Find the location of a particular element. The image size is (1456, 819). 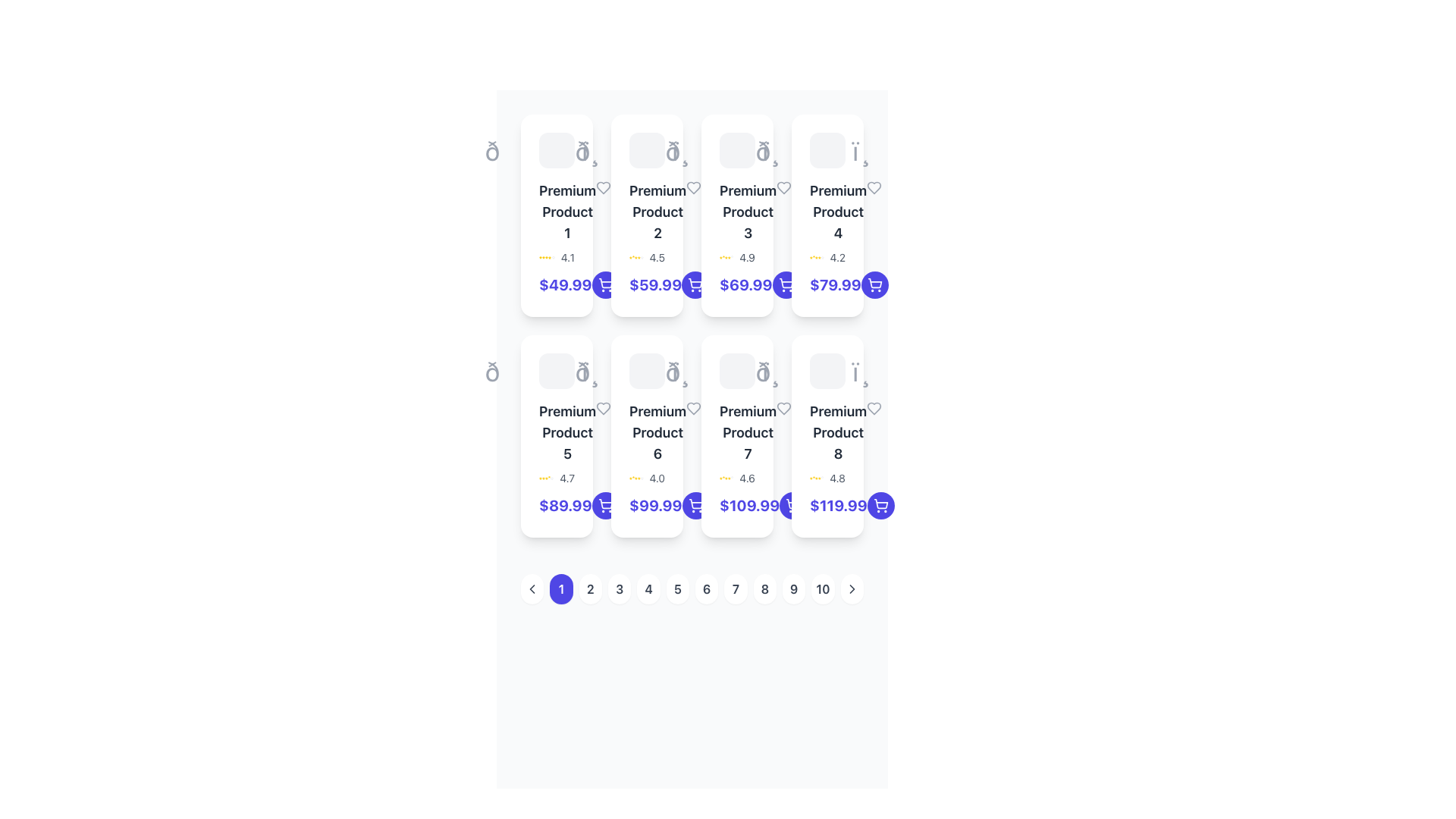

the price tag element displaying '$49.99' in bold indigo text, located in the lower central part of the Premium Product 1 card, directly above the blue circular button is located at coordinates (556, 284).